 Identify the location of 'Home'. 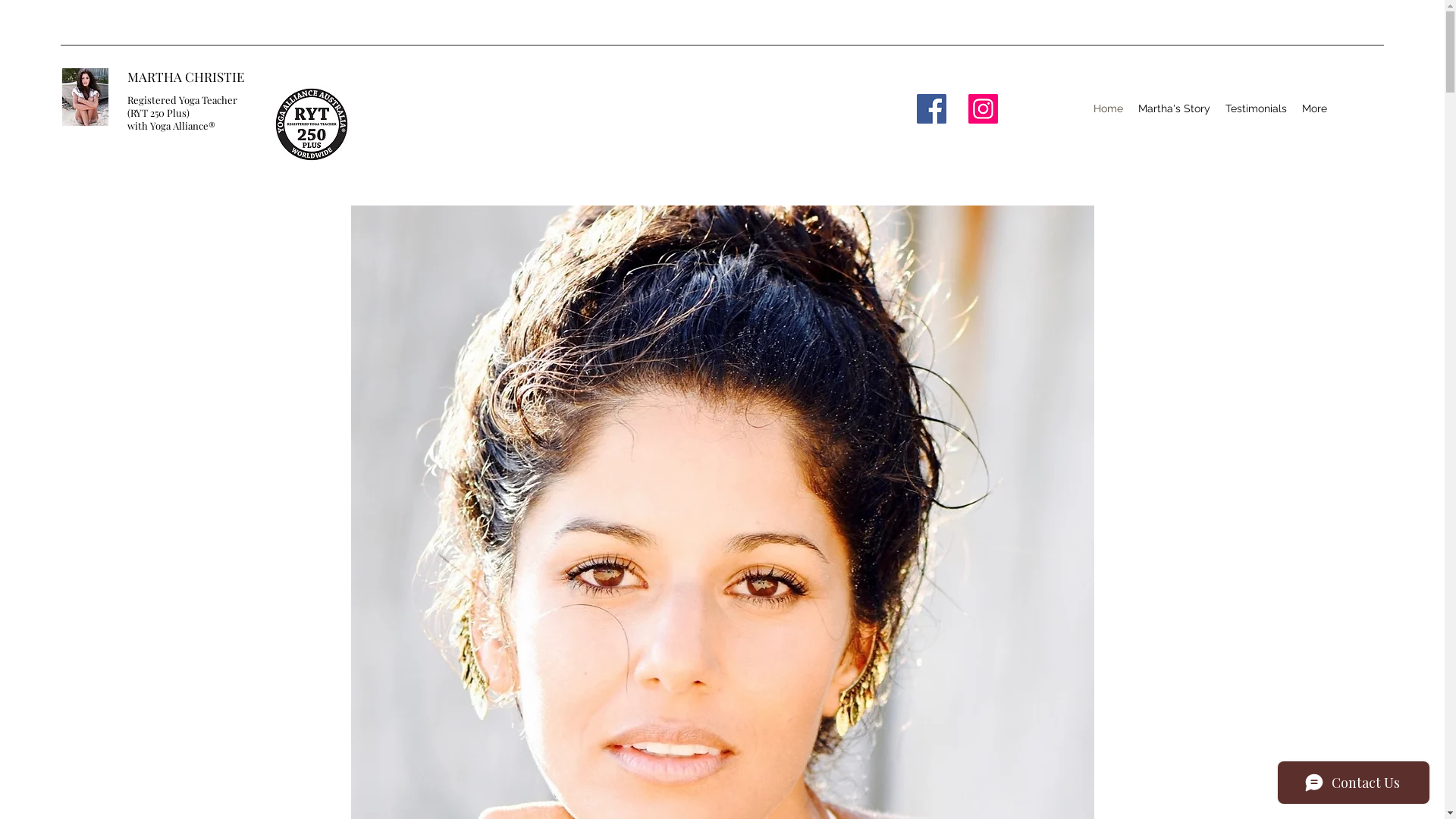
(1108, 108).